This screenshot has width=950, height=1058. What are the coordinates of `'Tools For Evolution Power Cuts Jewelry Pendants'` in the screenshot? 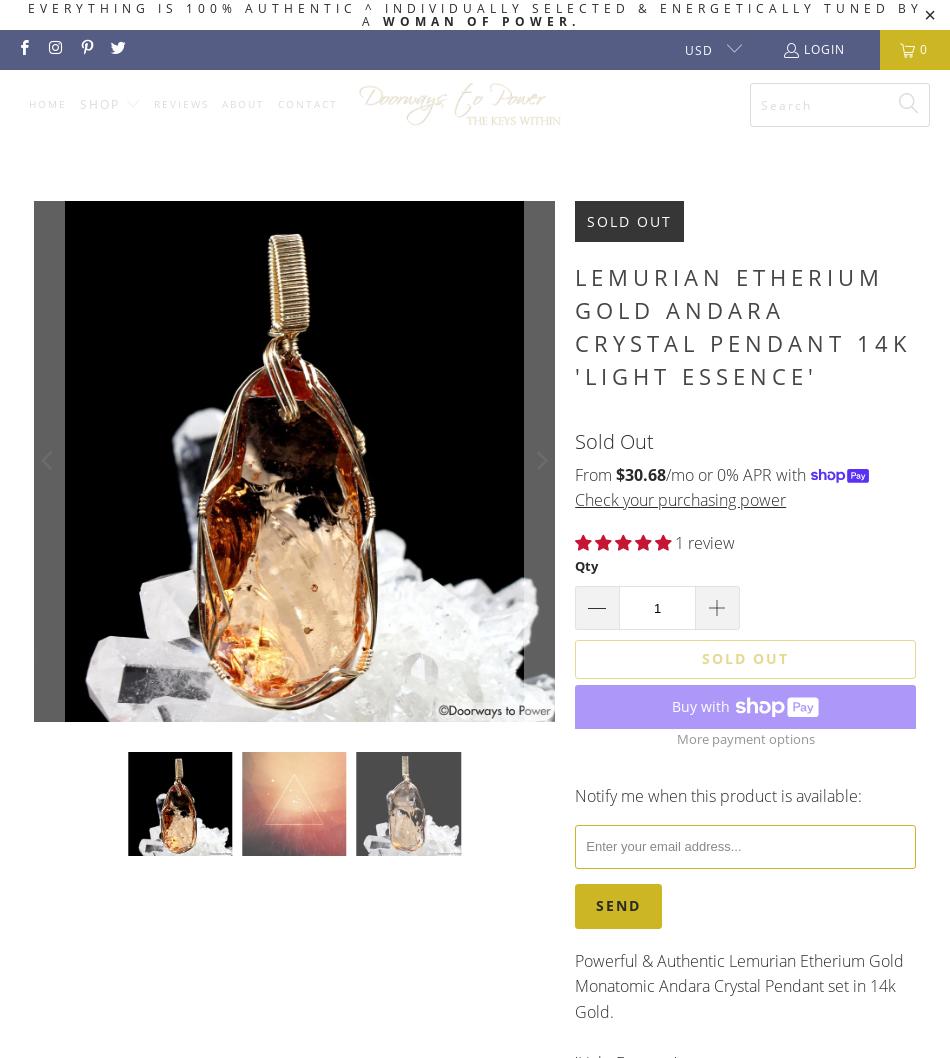 It's located at (98, 615).